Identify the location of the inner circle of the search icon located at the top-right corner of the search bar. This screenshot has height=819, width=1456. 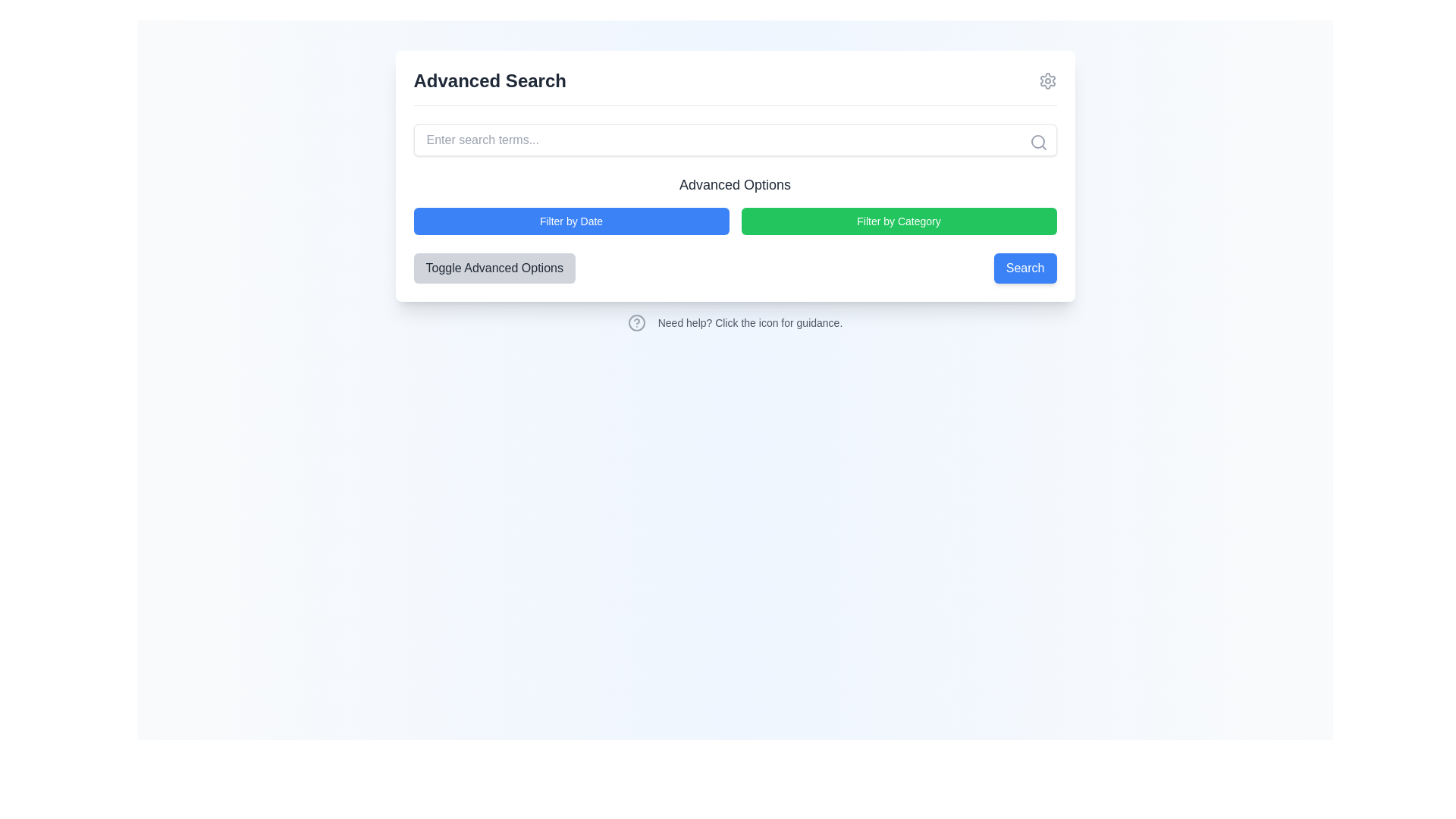
(1037, 141).